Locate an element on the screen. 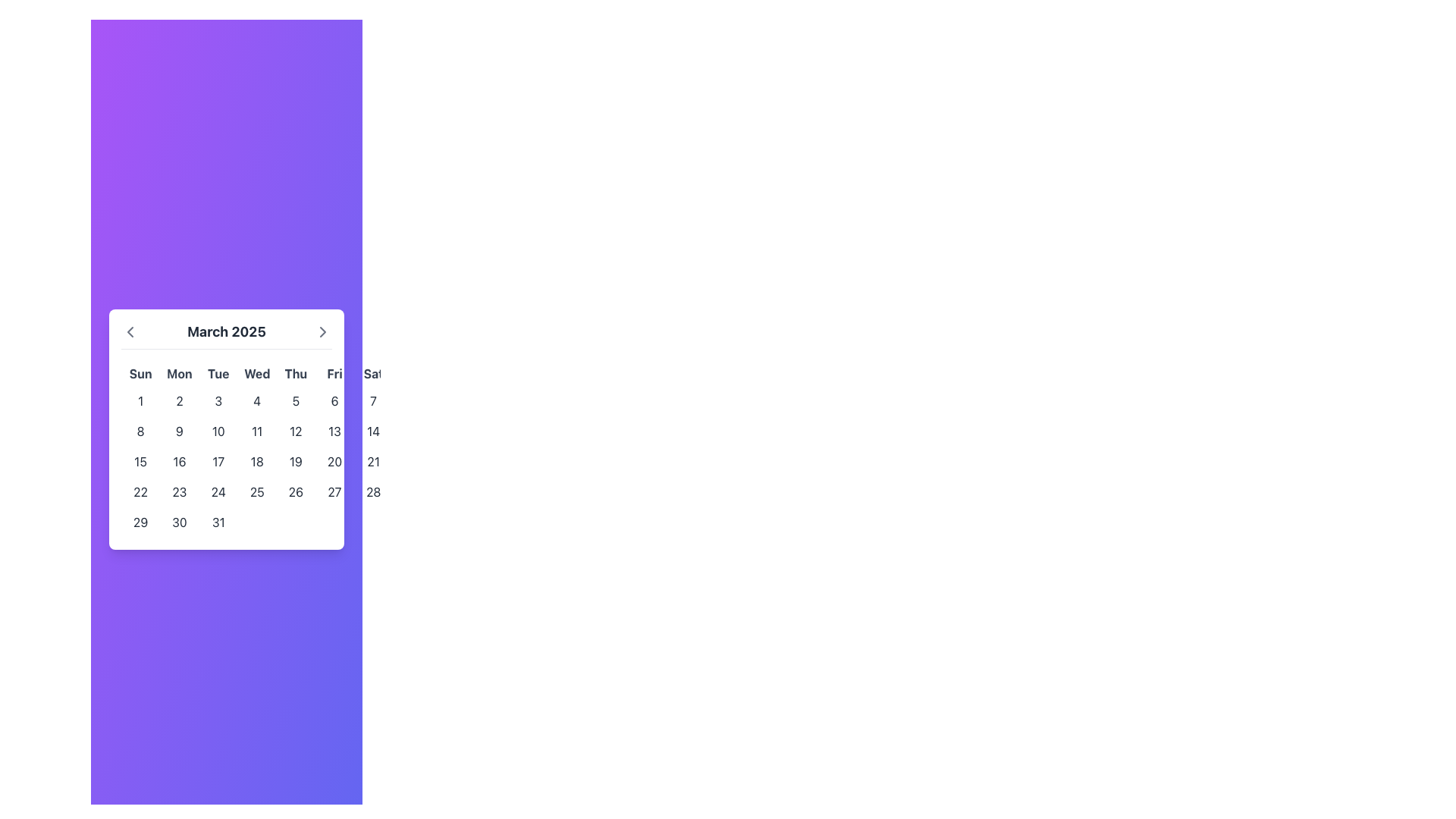 The image size is (1456, 819). the clickable date entry for March 19 in the calendar view is located at coordinates (296, 460).